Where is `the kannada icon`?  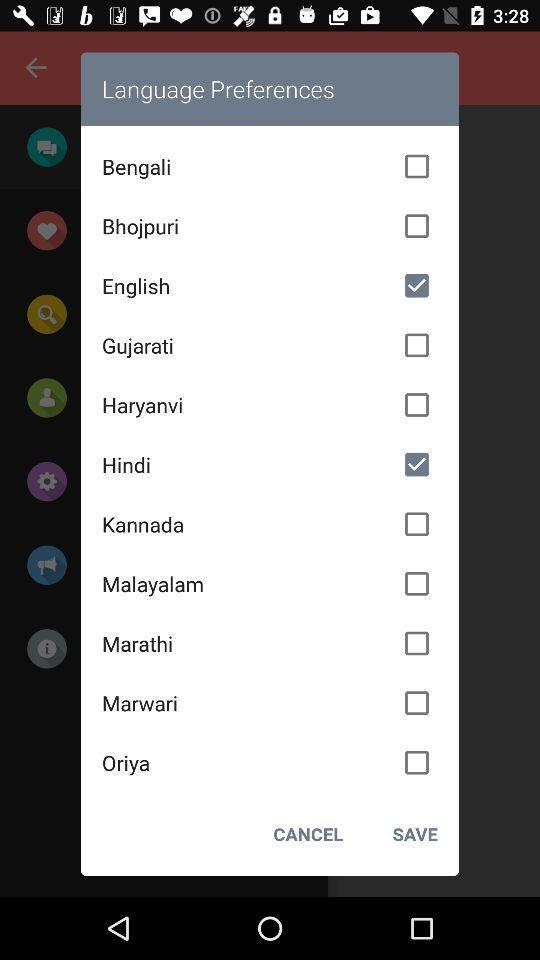 the kannada icon is located at coordinates (270, 523).